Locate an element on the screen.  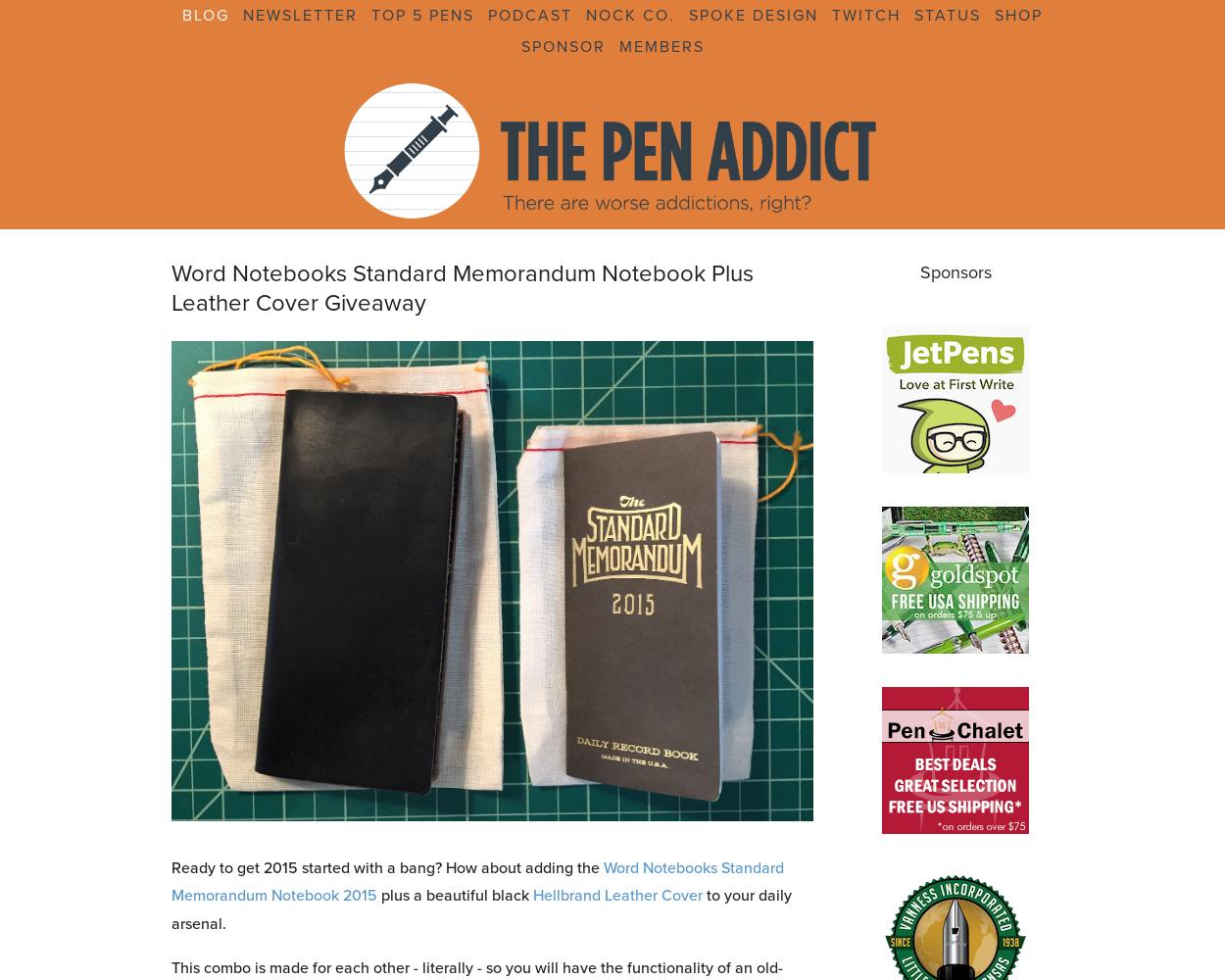
'Ready to get 2015 started with a bang? How about adding the' is located at coordinates (387, 866).